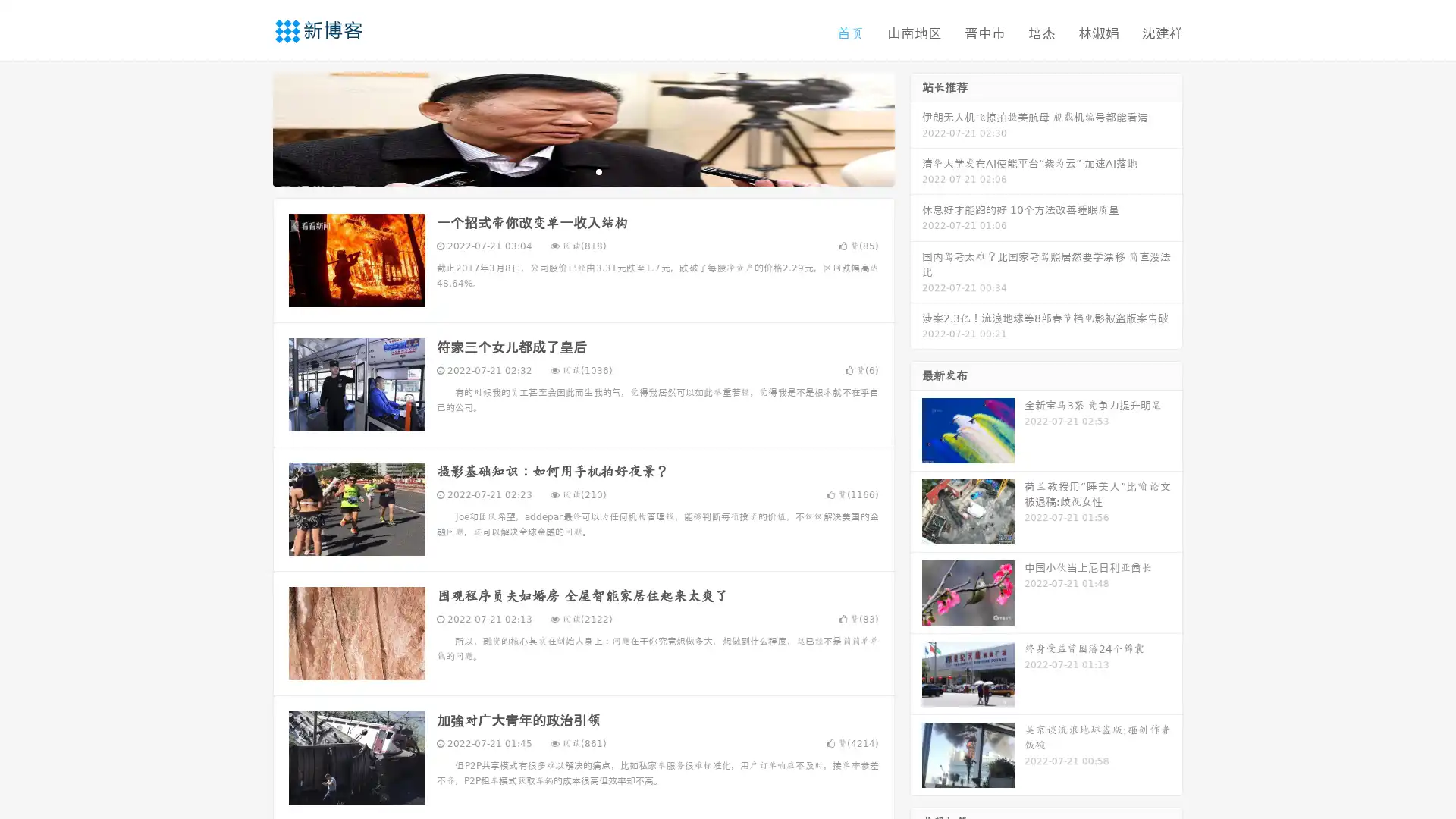  What do you see at coordinates (598, 171) in the screenshot?
I see `Go to slide 3` at bounding box center [598, 171].